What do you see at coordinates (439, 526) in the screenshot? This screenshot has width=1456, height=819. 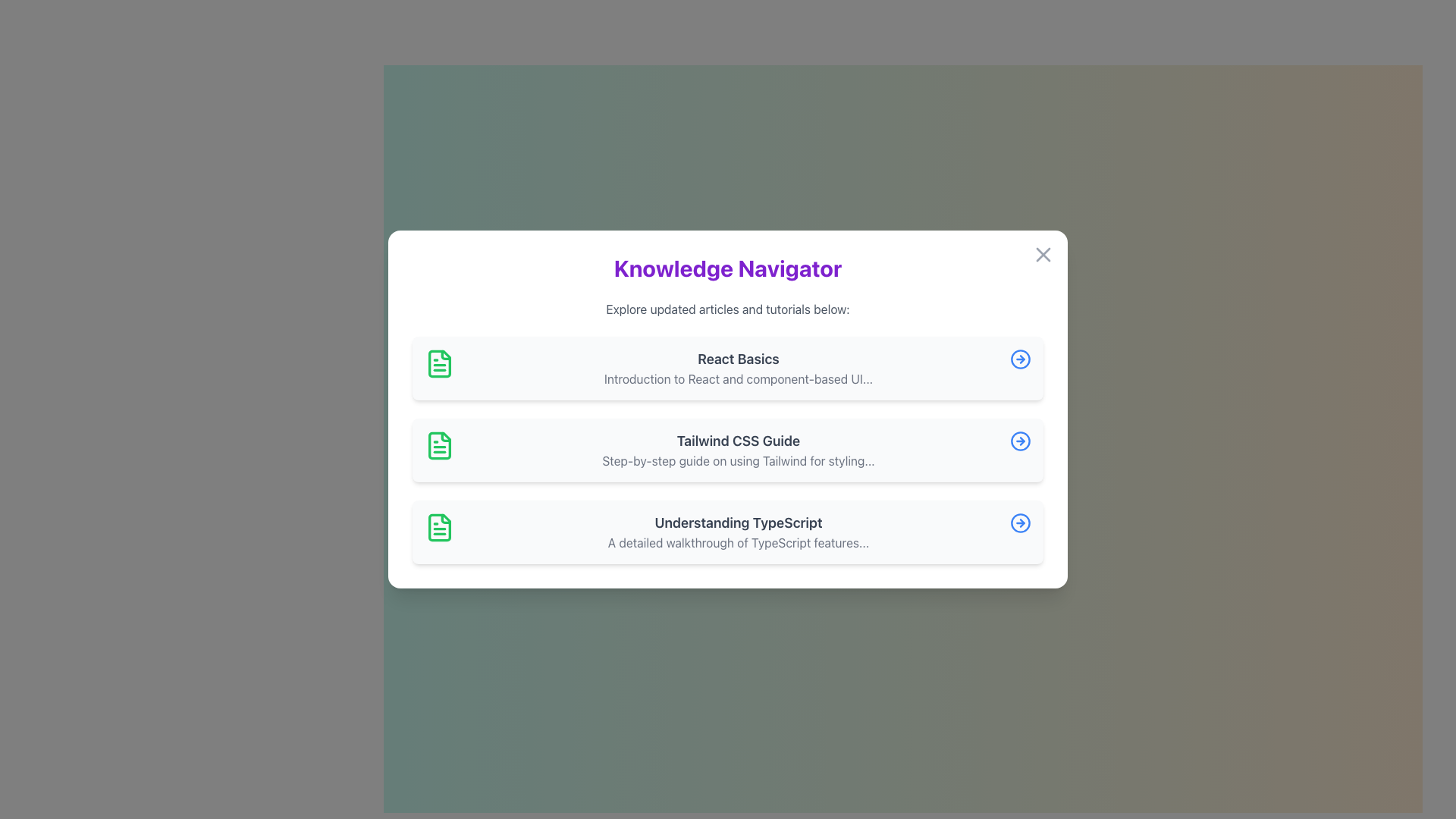 I see `the clickable document icon that represents the 'Understanding TypeScript' guide, located at the bottom of the vertical list` at bounding box center [439, 526].